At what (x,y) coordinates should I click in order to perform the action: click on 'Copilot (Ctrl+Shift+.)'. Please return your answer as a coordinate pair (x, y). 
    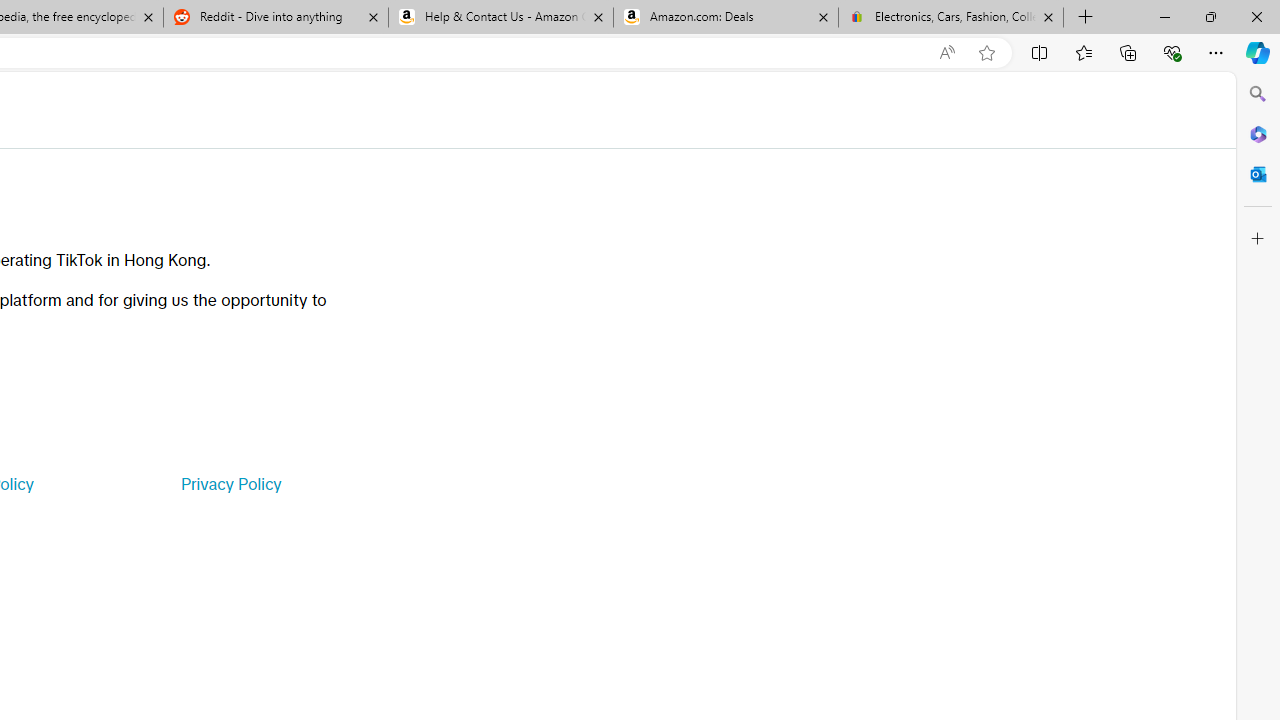
    Looking at the image, I should click on (1257, 51).